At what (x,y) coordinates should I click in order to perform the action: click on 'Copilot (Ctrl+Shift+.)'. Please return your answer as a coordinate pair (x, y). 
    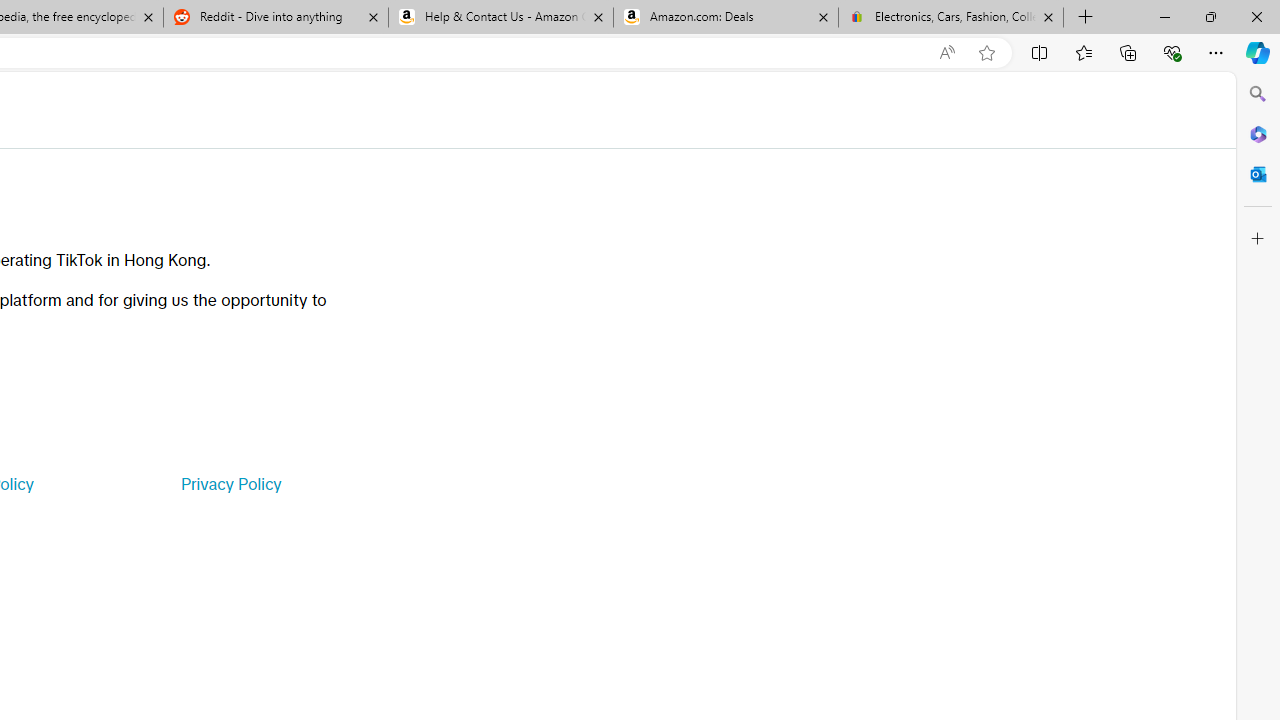
    Looking at the image, I should click on (1257, 51).